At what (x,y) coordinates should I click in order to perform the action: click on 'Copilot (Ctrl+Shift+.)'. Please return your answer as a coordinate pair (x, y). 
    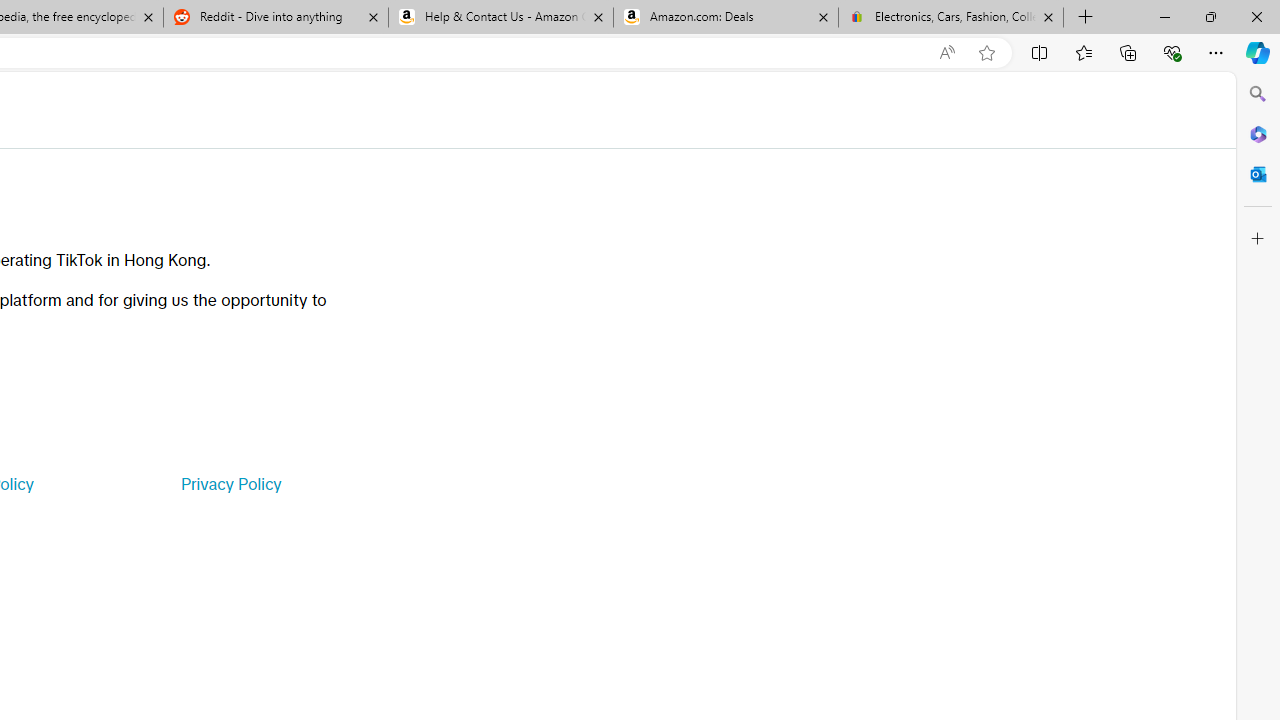
    Looking at the image, I should click on (1257, 51).